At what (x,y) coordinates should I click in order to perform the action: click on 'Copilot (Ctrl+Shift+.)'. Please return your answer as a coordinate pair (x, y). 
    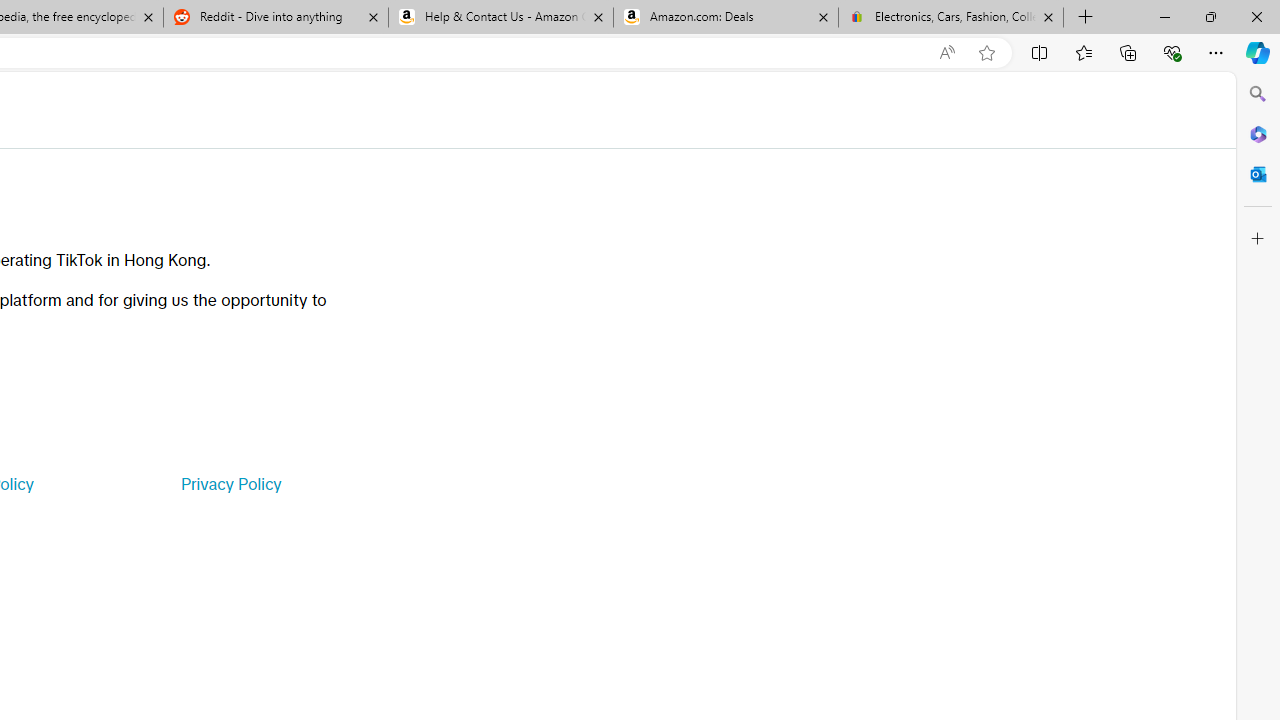
    Looking at the image, I should click on (1257, 51).